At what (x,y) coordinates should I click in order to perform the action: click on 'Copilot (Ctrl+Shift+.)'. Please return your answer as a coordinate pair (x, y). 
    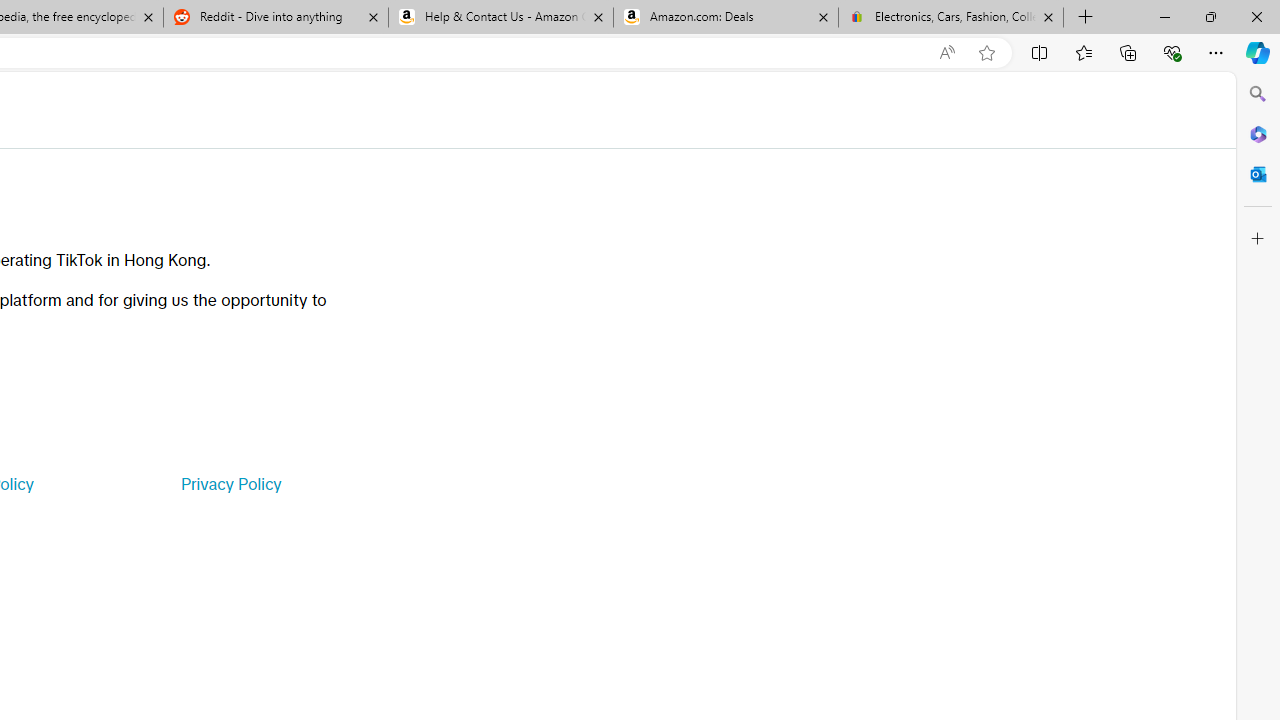
    Looking at the image, I should click on (1257, 51).